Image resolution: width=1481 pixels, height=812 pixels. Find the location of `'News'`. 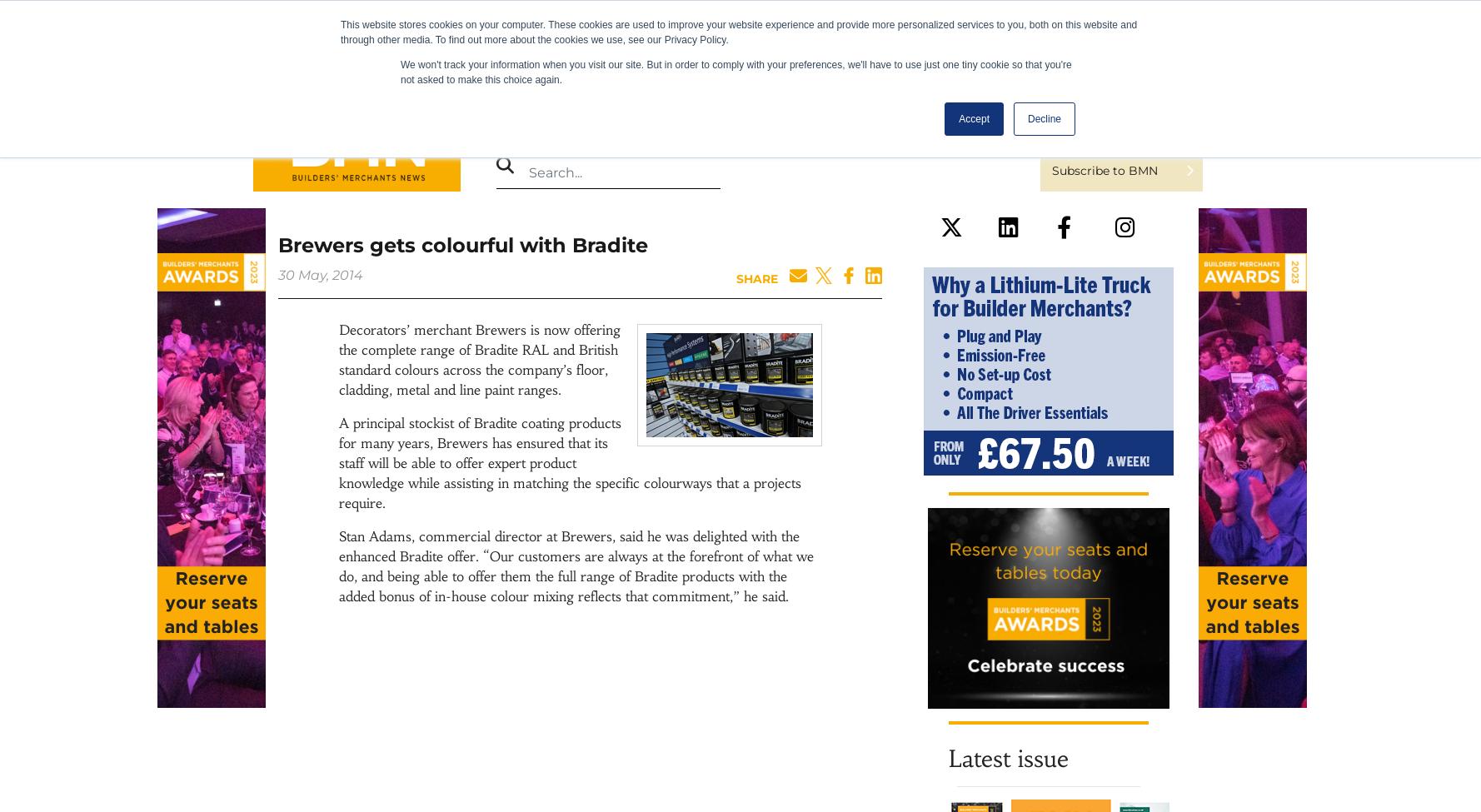

'News' is located at coordinates (500, 123).